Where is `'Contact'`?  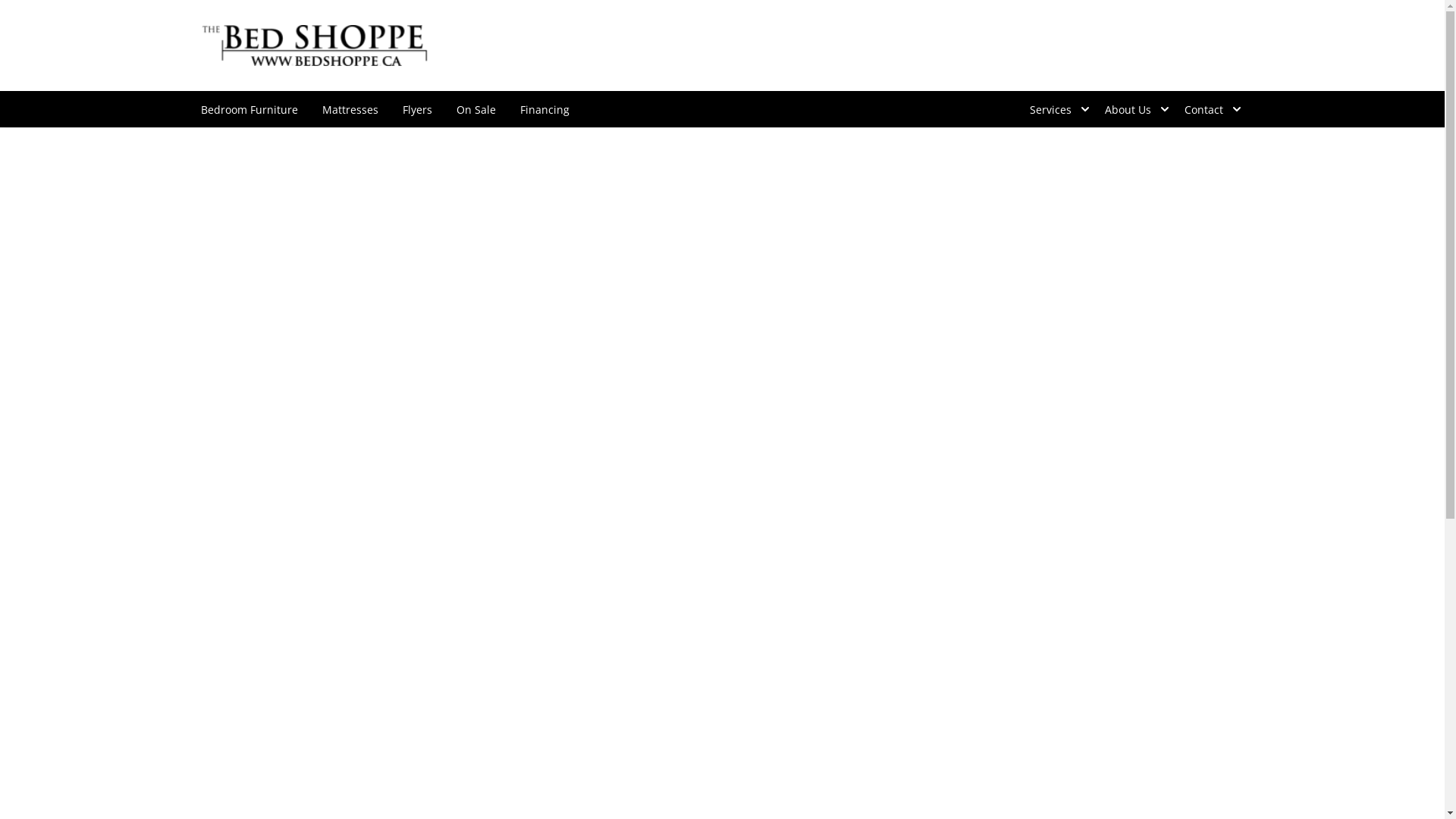
'Contact' is located at coordinates (1171, 108).